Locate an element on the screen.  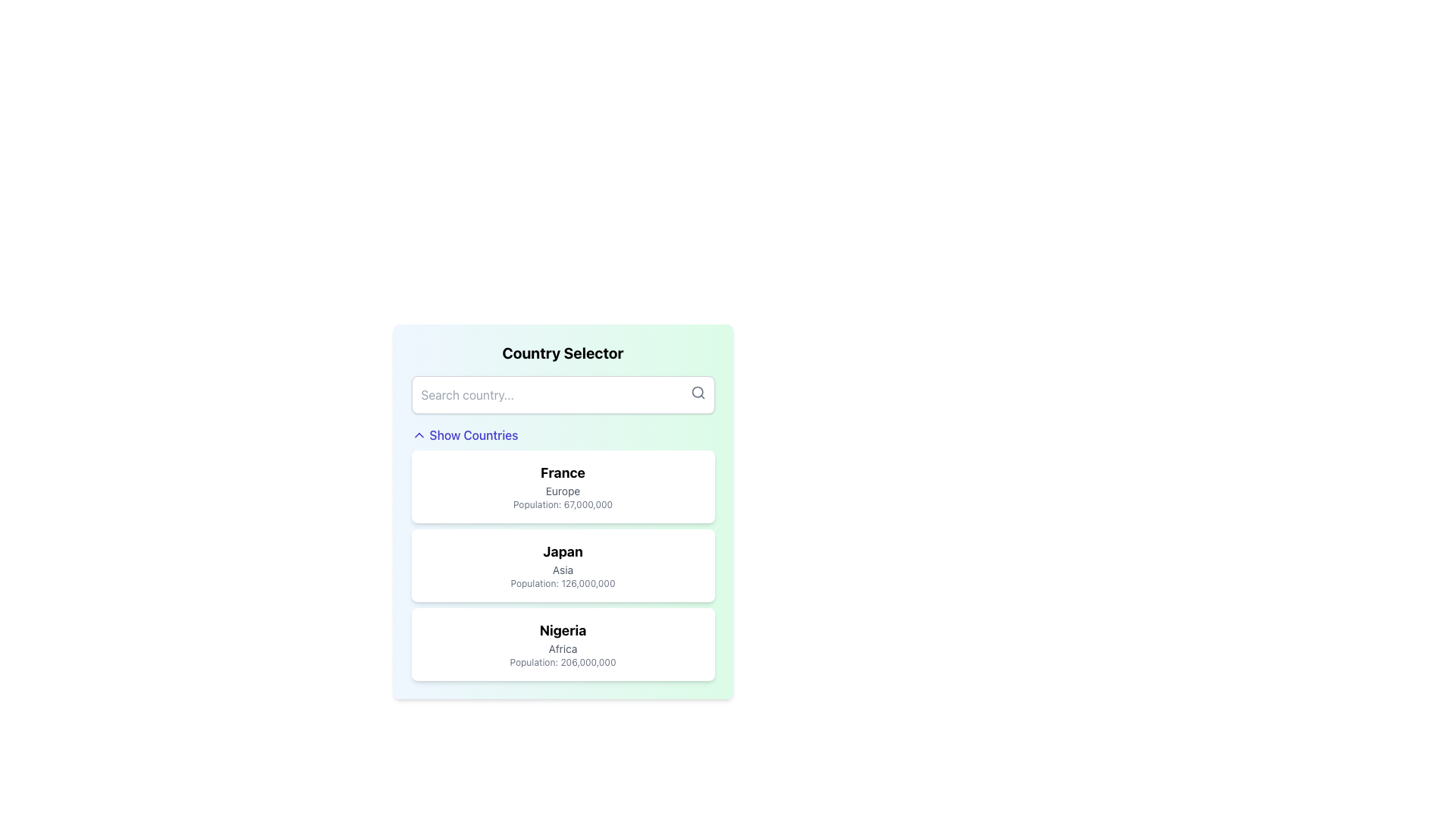
the text label displaying 'Asia', which is located below the title 'Japan' and above the population line is located at coordinates (562, 570).